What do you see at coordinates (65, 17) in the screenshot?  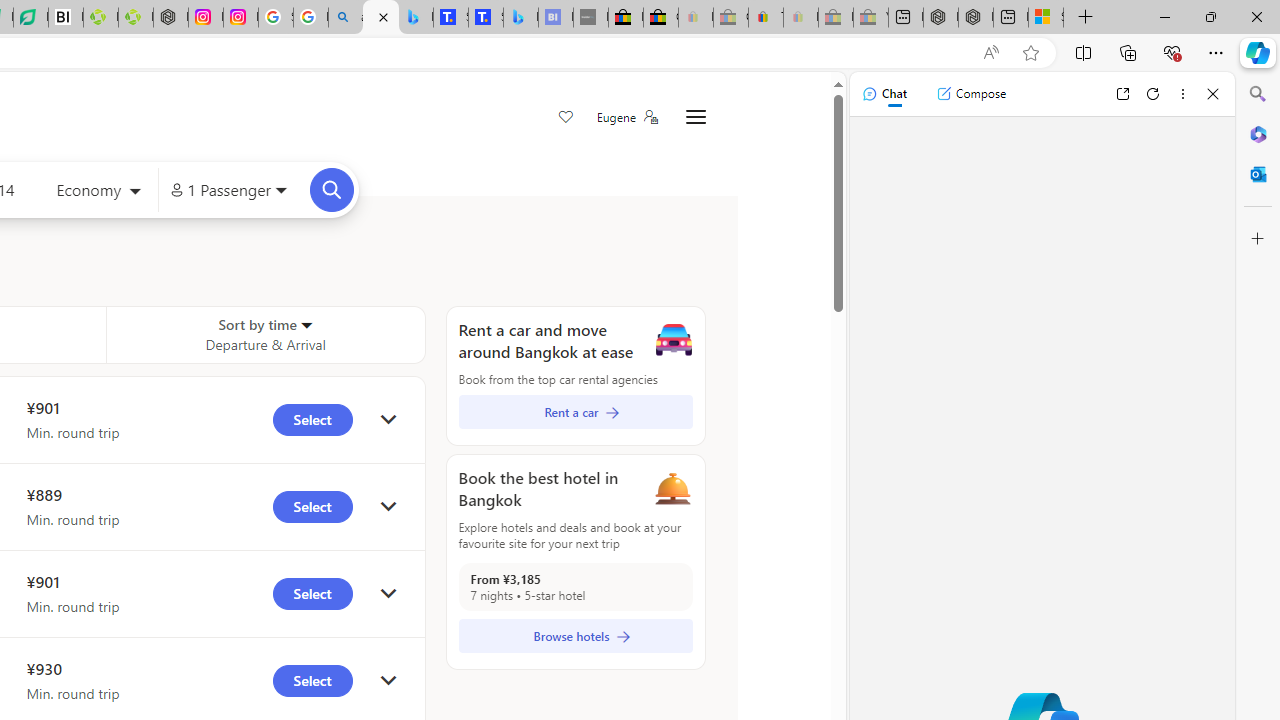 I see `'Nvidia va a poner a prueba la paciencia de los inversores'` at bounding box center [65, 17].